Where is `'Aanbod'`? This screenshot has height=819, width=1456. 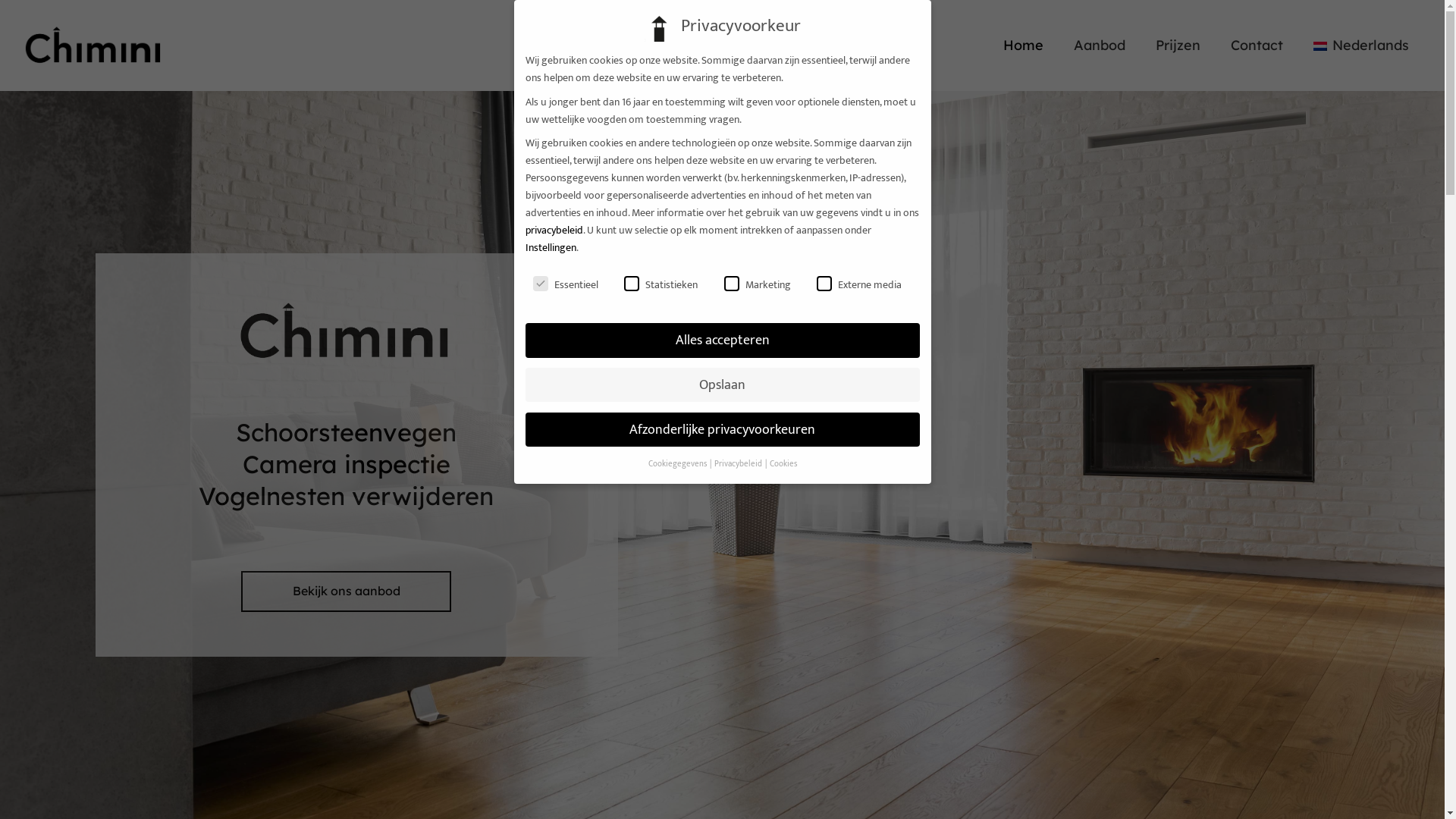
'Aanbod' is located at coordinates (1099, 45).